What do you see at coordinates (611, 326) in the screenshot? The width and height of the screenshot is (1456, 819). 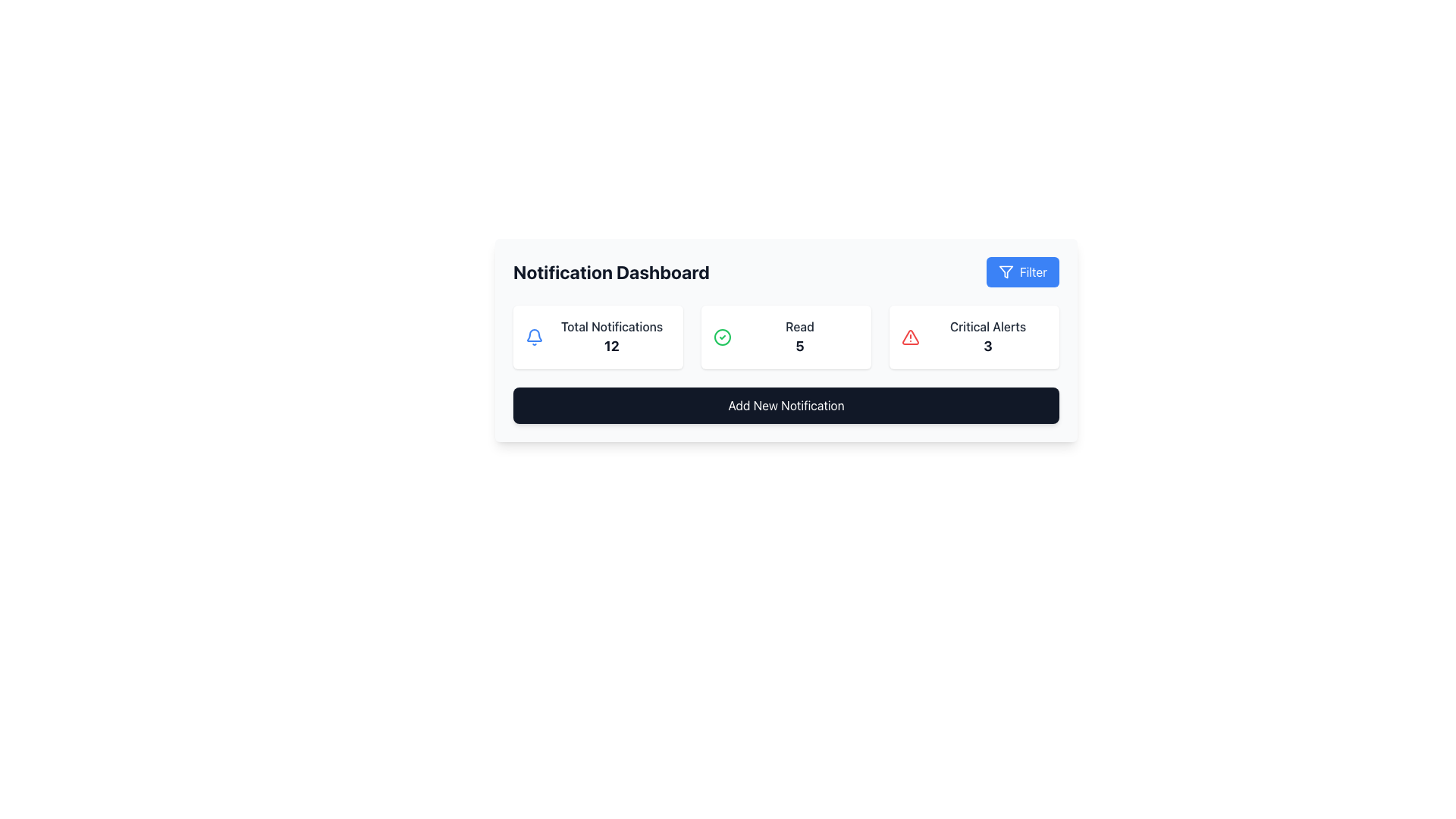 I see `the Text Label that provides a description for the associated notification metric located in the upper-left portion of the notification metrics box, positioned above the sibling element displaying the number '12'` at bounding box center [611, 326].